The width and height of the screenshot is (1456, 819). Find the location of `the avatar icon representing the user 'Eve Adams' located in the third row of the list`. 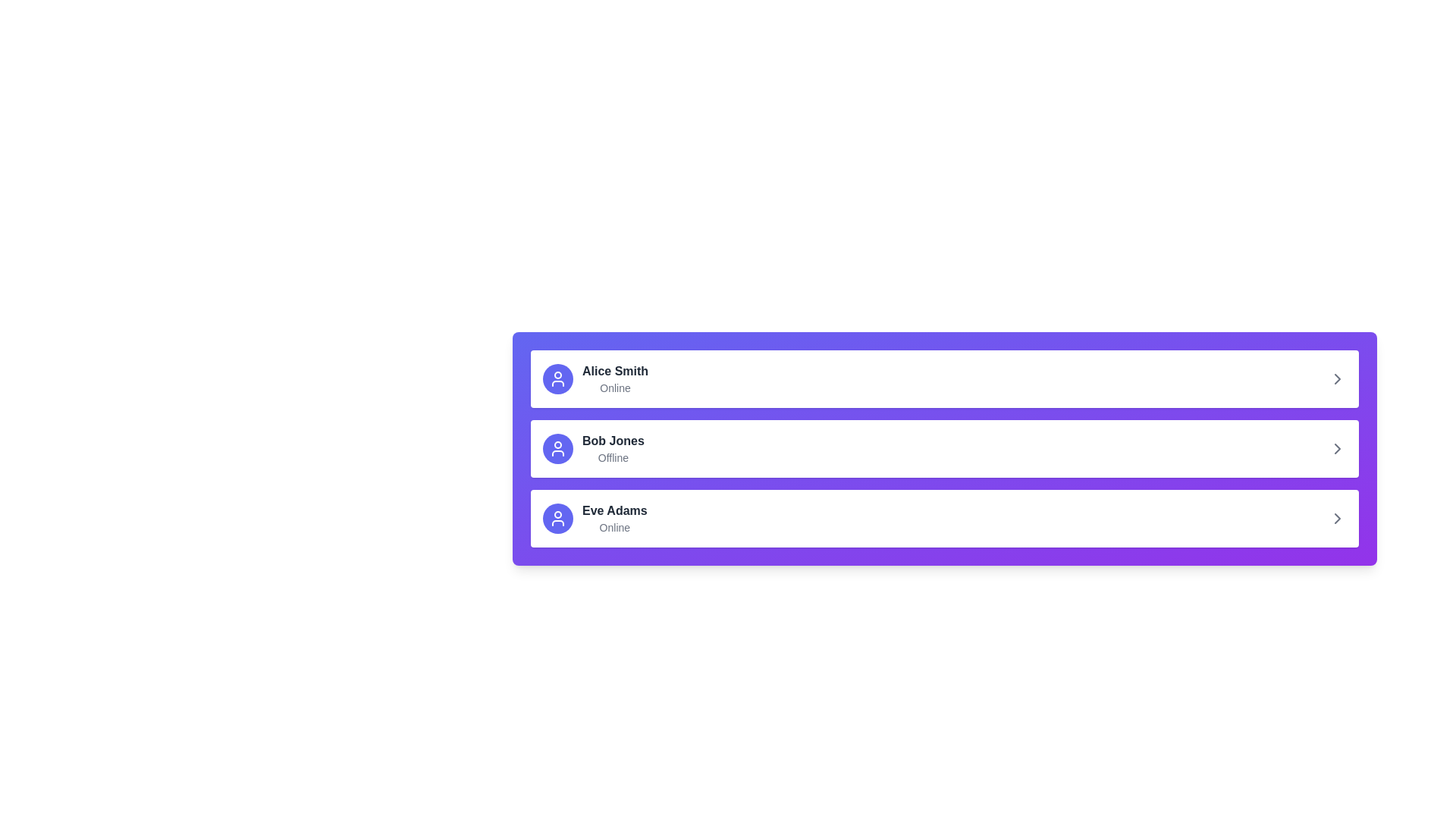

the avatar icon representing the user 'Eve Adams' located in the third row of the list is located at coordinates (557, 517).